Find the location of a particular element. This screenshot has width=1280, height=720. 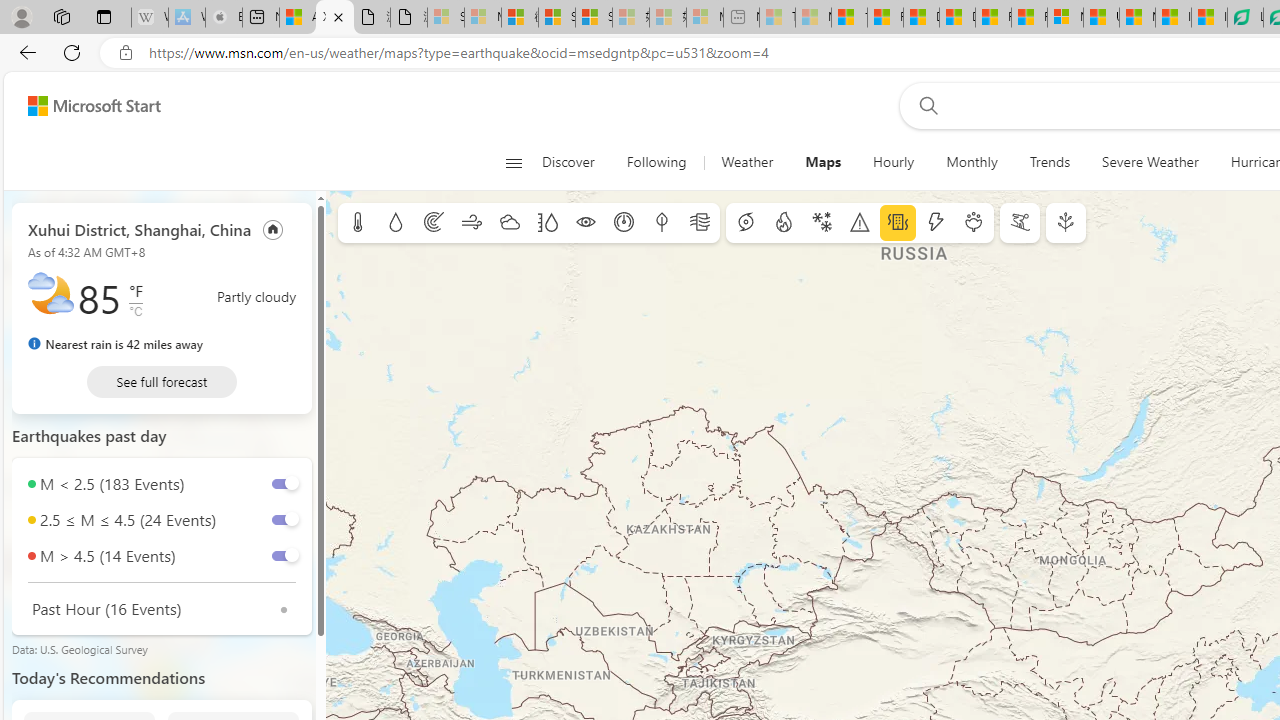

'Visibility' is located at coordinates (585, 223).